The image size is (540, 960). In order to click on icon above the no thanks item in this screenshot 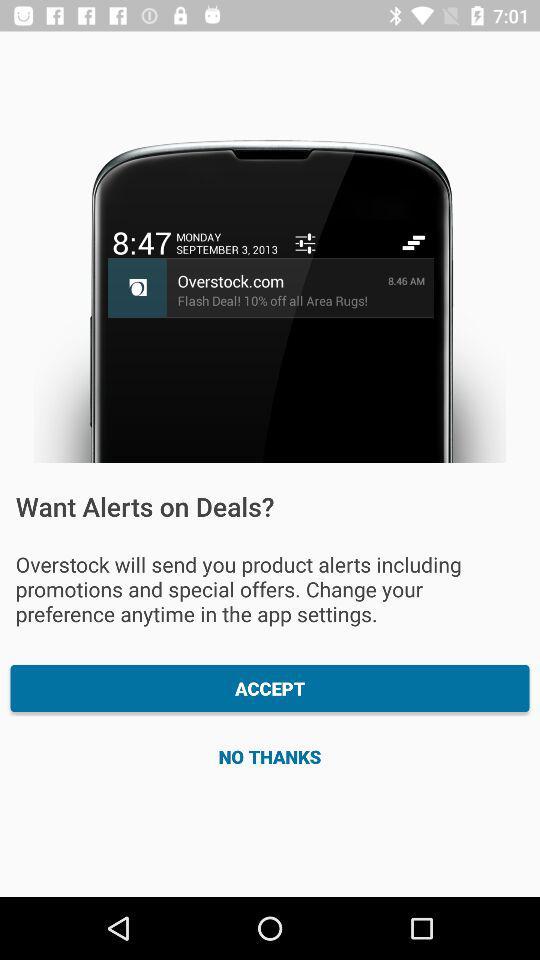, I will do `click(270, 688)`.